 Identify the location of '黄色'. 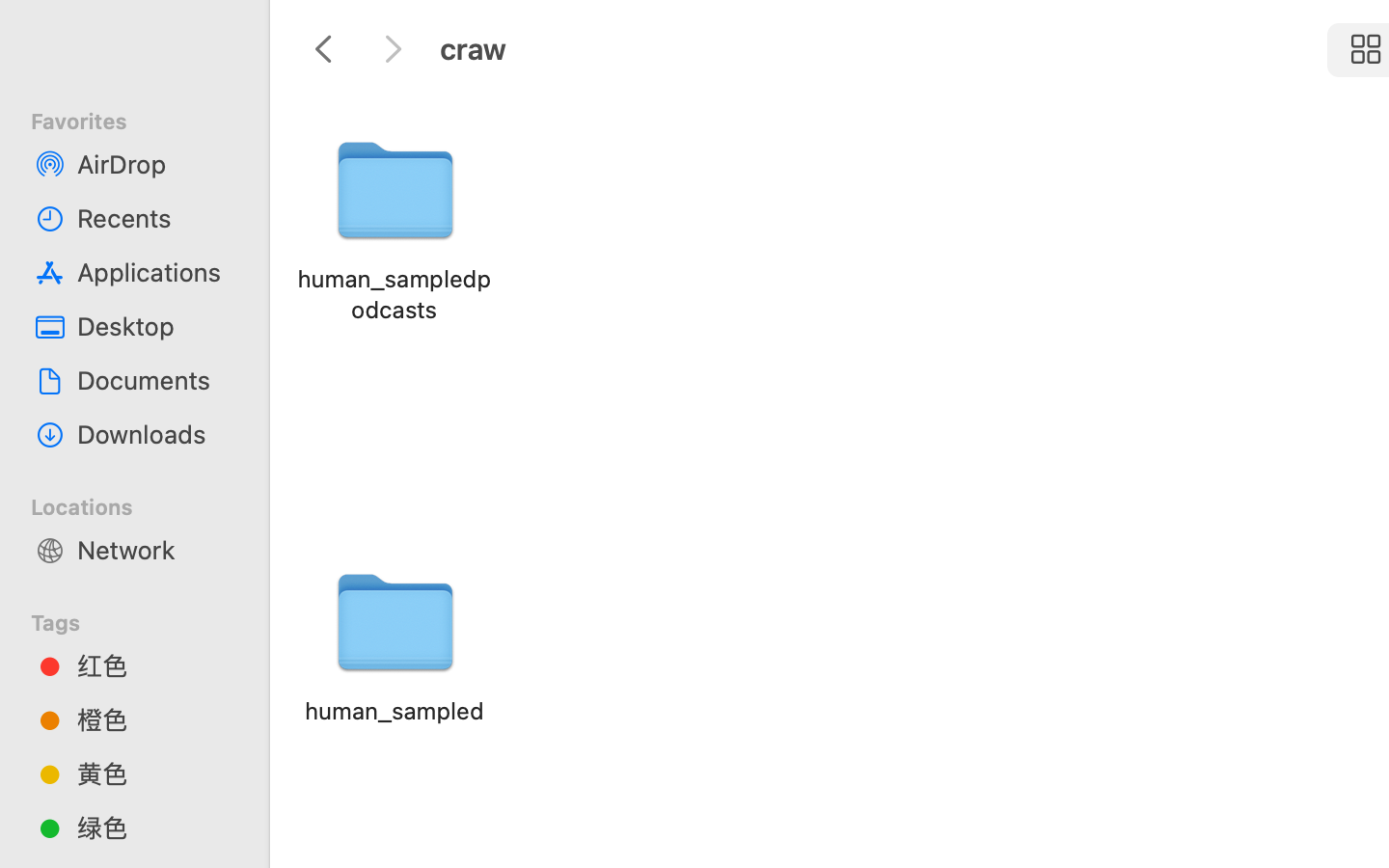
(153, 773).